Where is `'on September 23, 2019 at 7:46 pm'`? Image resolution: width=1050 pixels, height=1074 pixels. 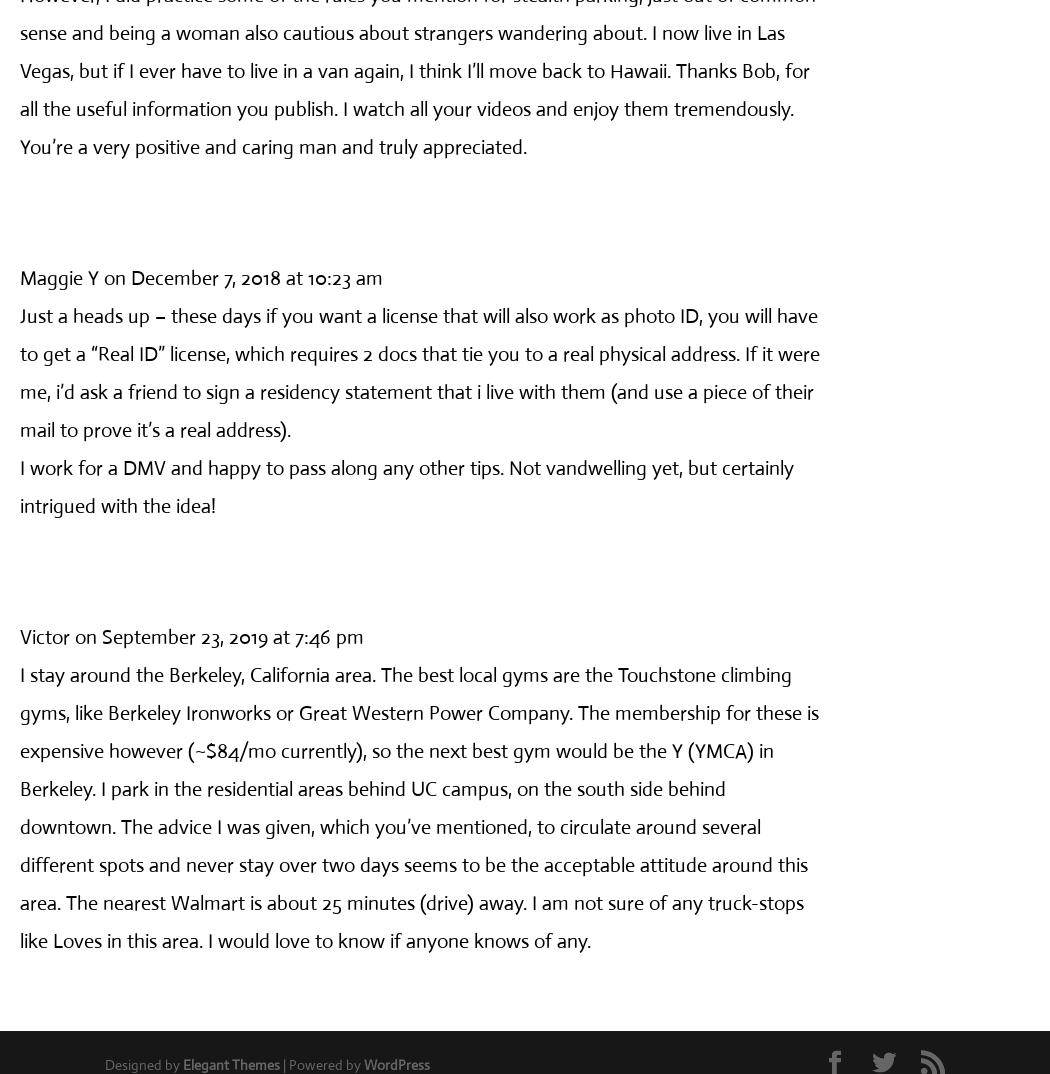
'on September 23, 2019 at 7:46 pm' is located at coordinates (218, 636).